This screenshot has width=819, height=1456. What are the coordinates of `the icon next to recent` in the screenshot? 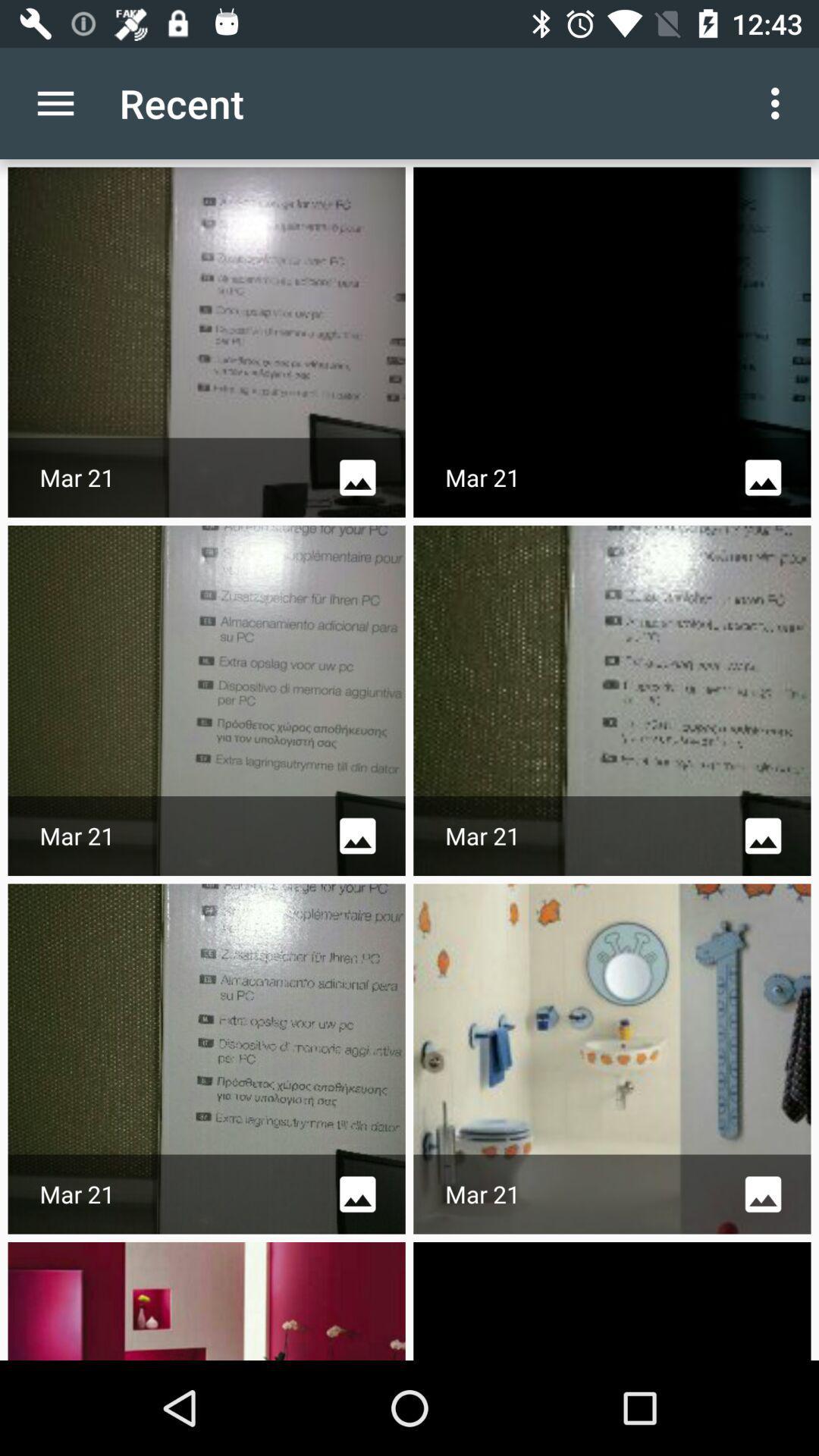 It's located at (55, 102).